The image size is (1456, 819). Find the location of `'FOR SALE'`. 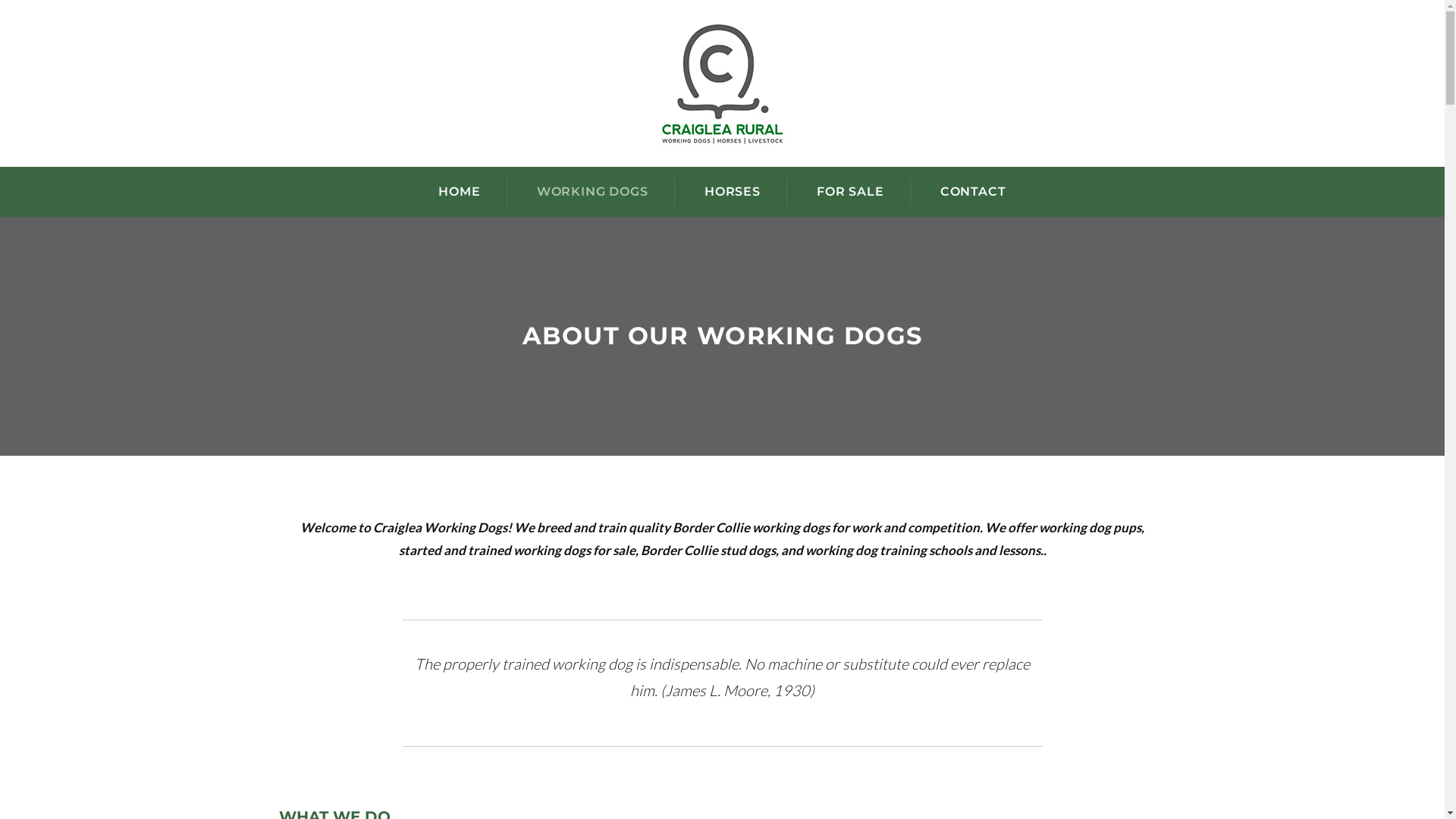

'FOR SALE' is located at coordinates (850, 191).